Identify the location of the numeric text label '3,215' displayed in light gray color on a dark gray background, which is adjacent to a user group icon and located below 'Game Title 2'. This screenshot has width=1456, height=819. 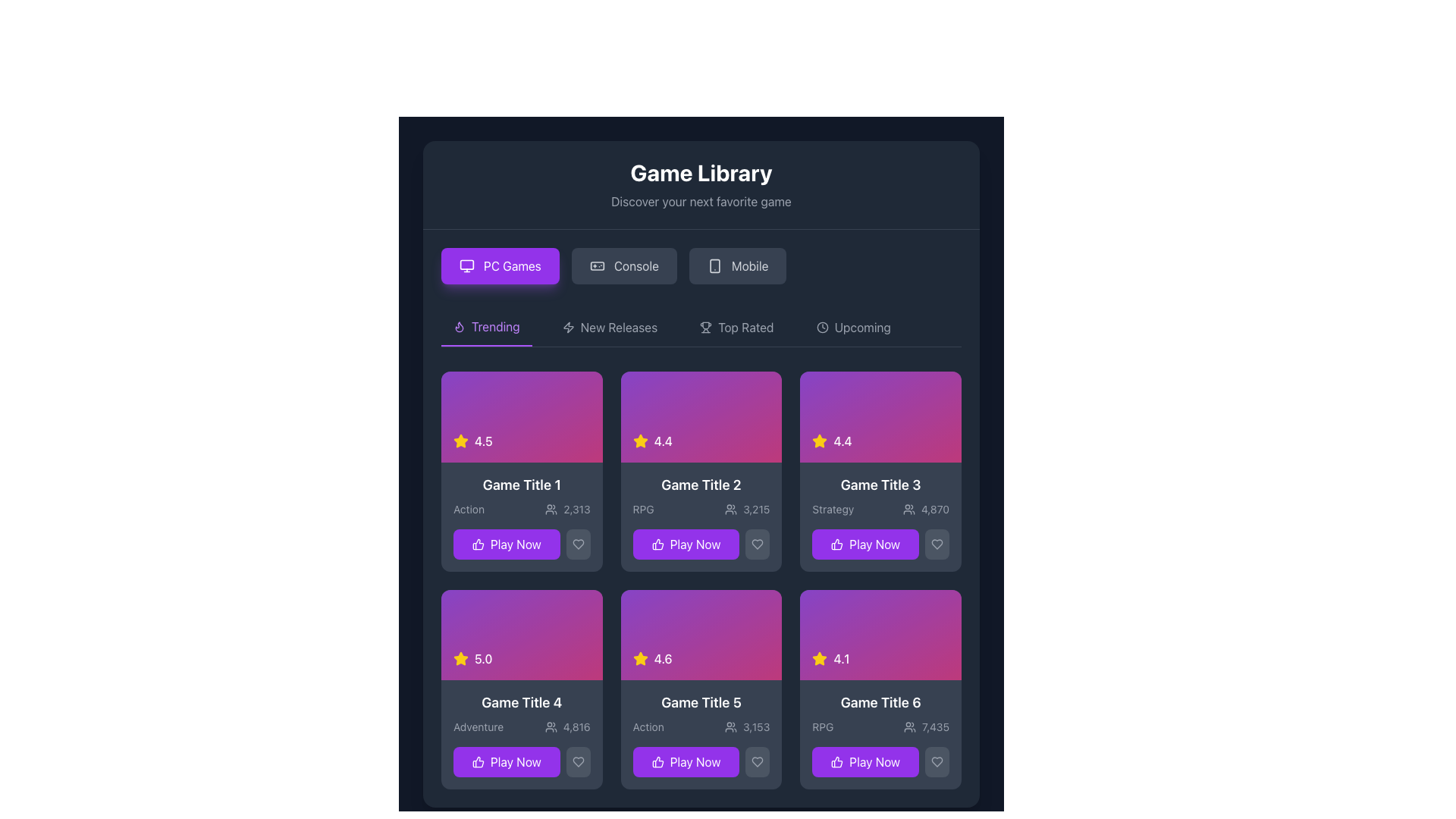
(756, 509).